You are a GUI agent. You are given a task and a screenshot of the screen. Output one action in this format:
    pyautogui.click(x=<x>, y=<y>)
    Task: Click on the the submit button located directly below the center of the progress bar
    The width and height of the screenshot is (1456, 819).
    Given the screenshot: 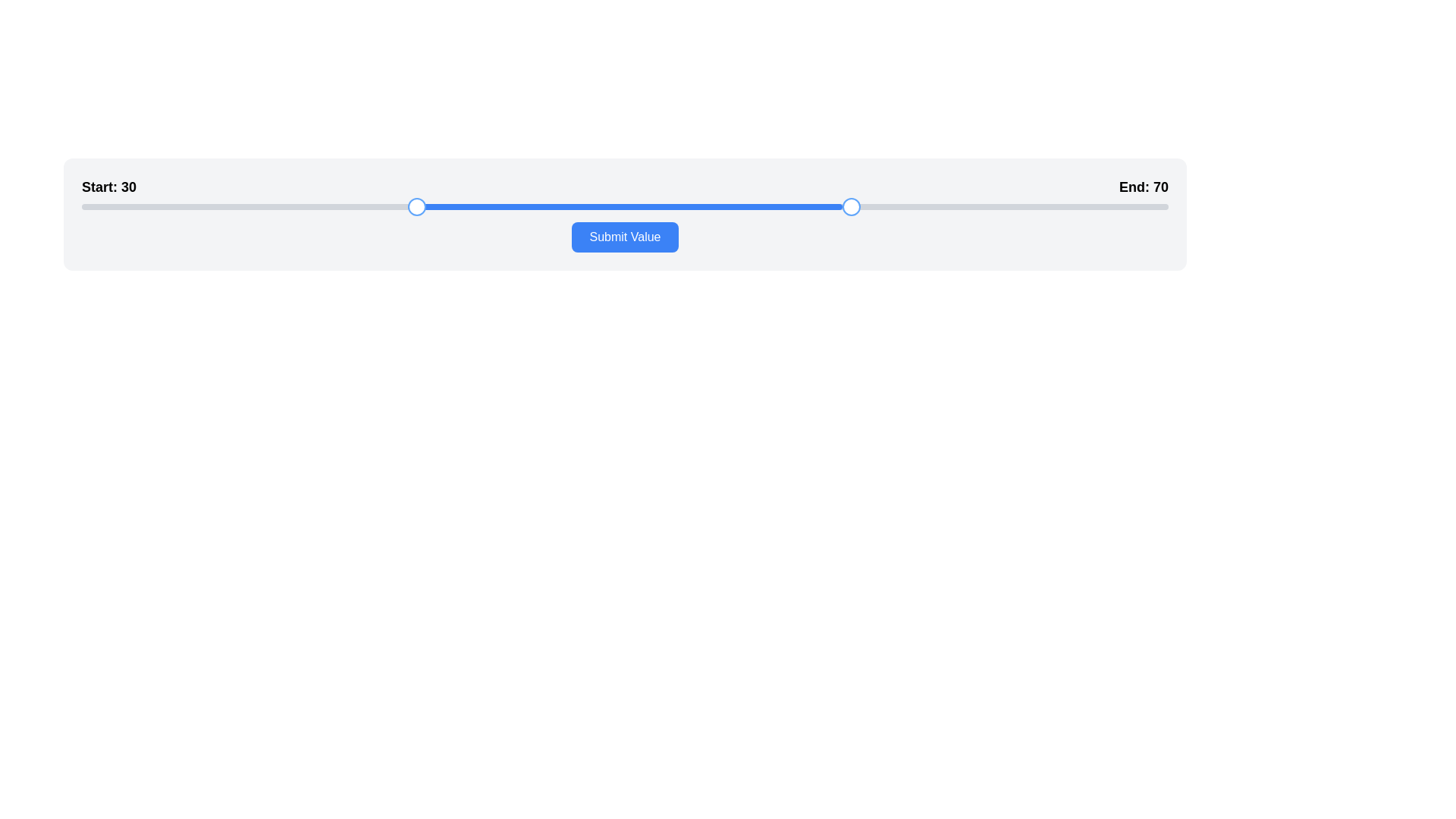 What is the action you would take?
    pyautogui.click(x=625, y=237)
    